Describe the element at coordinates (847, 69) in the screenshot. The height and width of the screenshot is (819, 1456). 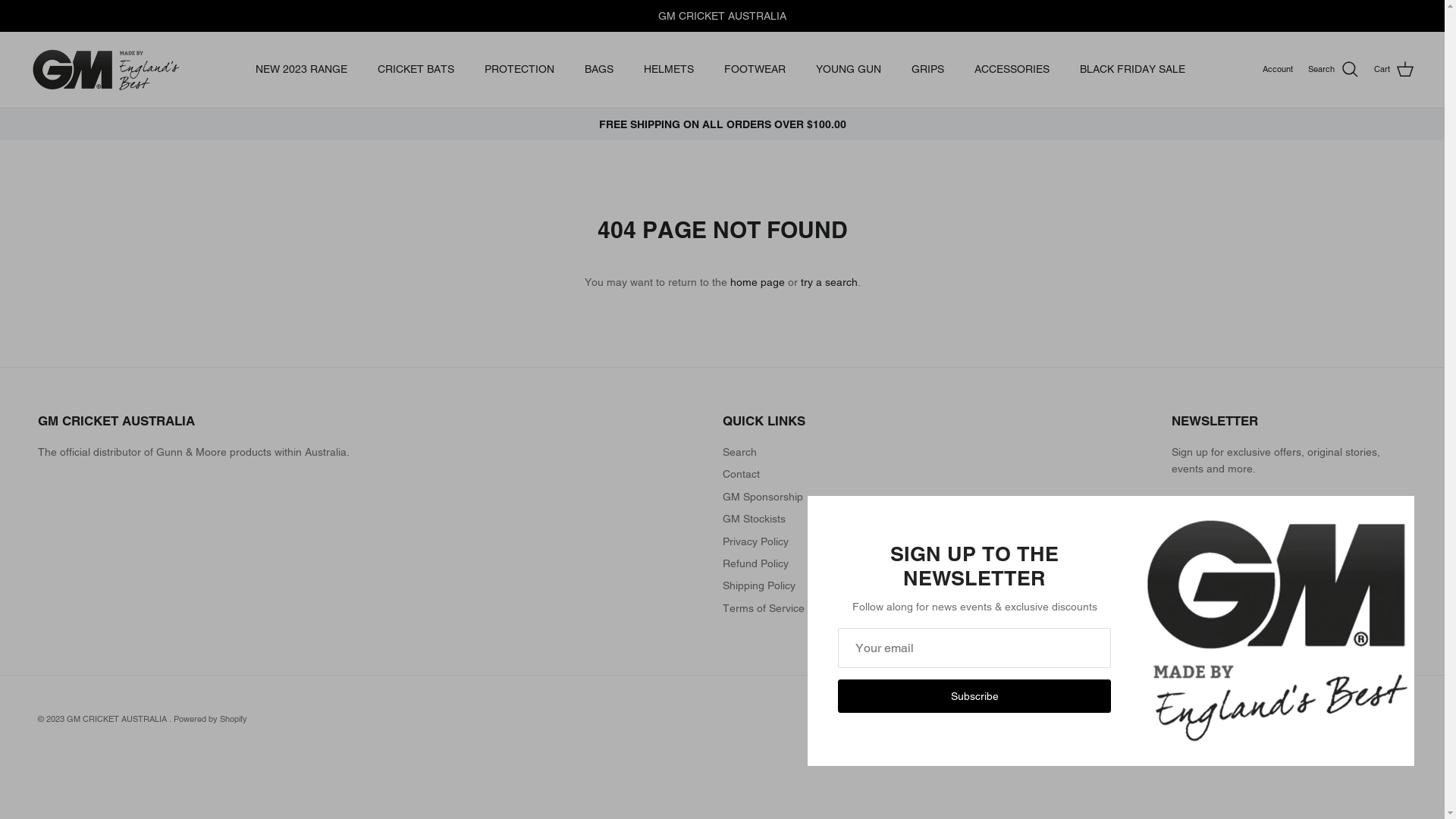
I see `'YOUNG GUN'` at that location.